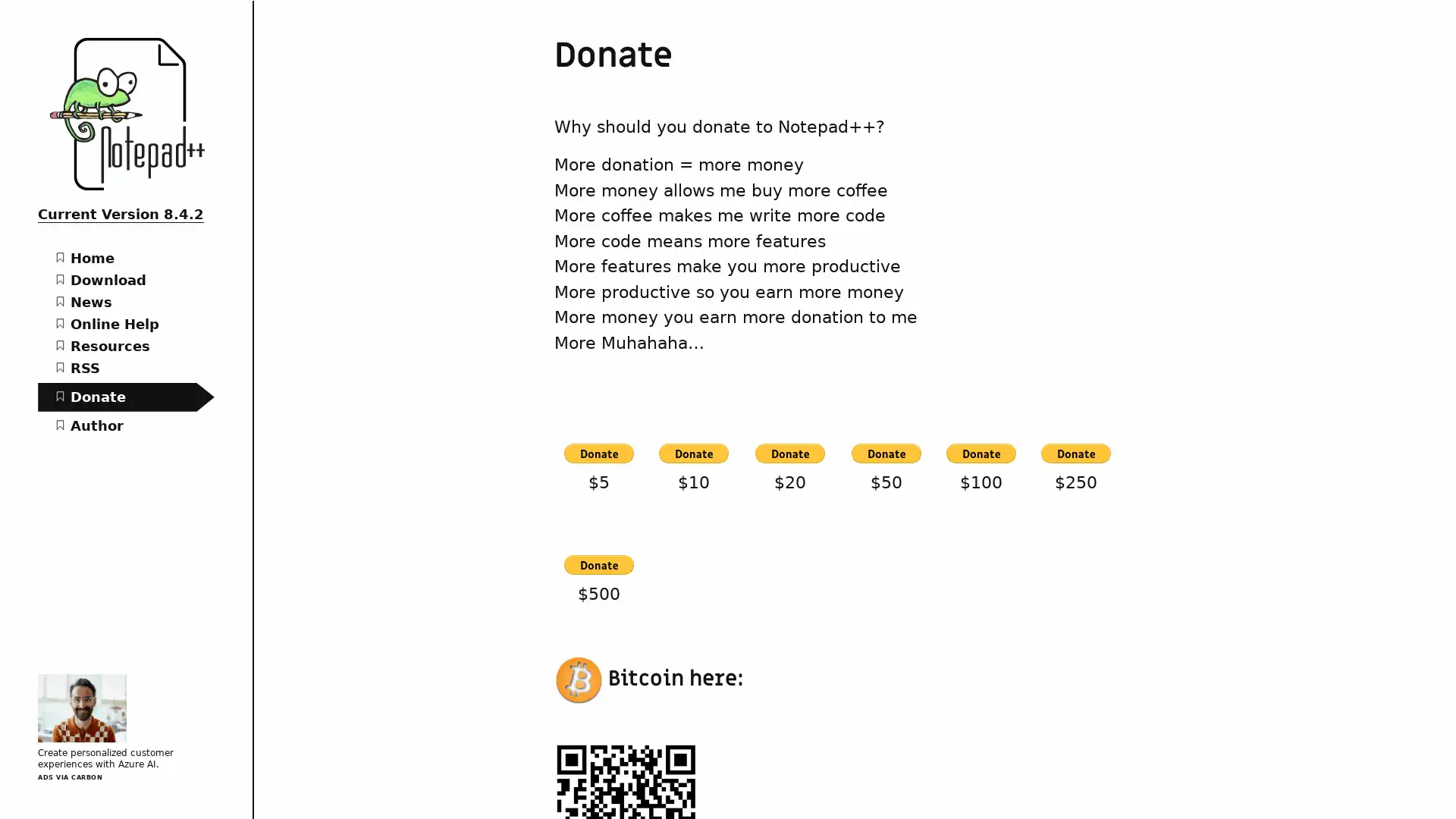 This screenshot has width=1456, height=819. What do you see at coordinates (886, 452) in the screenshot?
I see `PayPal - The safer, easier way to pay online!` at bounding box center [886, 452].